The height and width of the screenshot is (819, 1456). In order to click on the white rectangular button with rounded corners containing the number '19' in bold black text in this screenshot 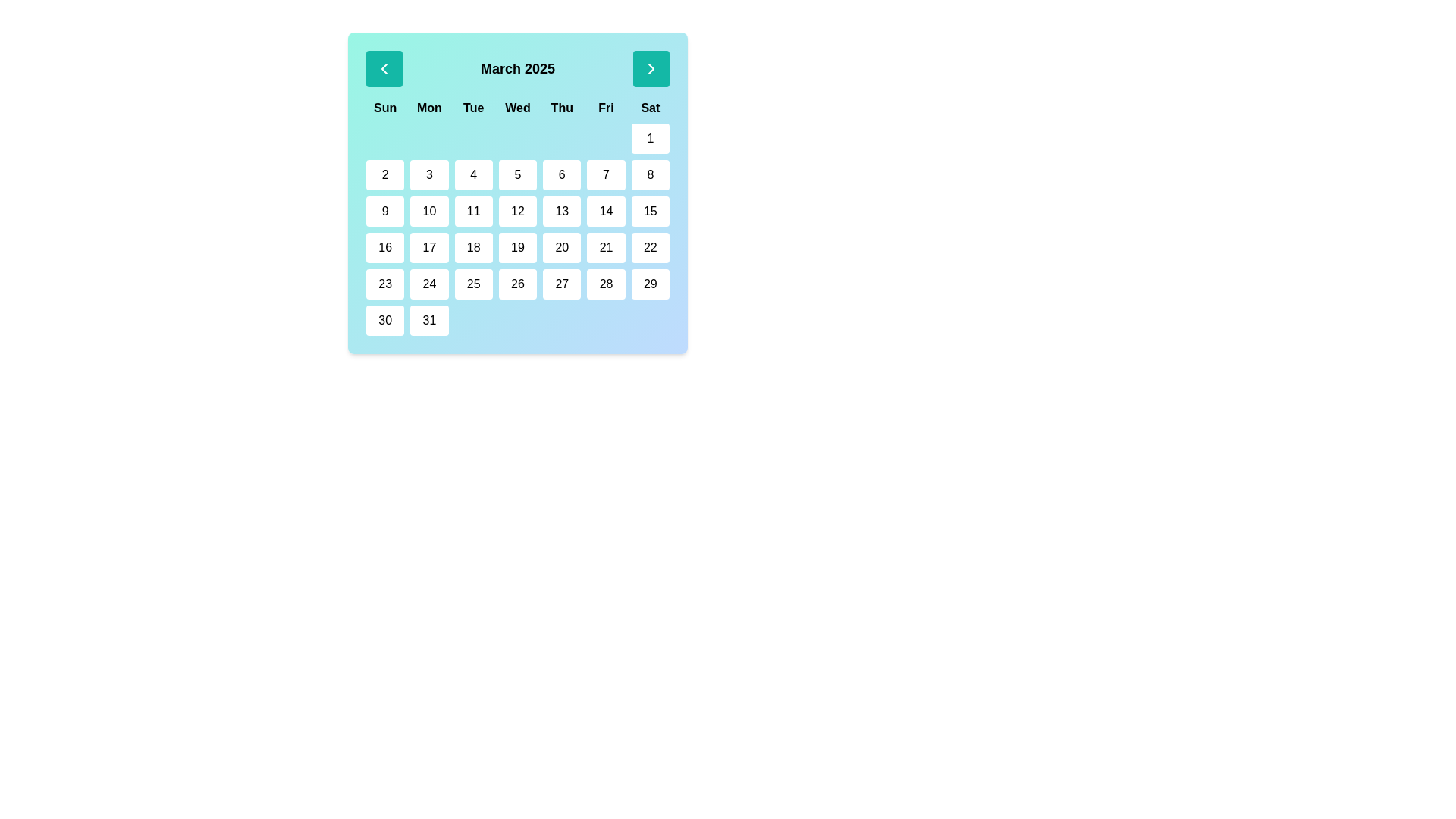, I will do `click(517, 247)`.